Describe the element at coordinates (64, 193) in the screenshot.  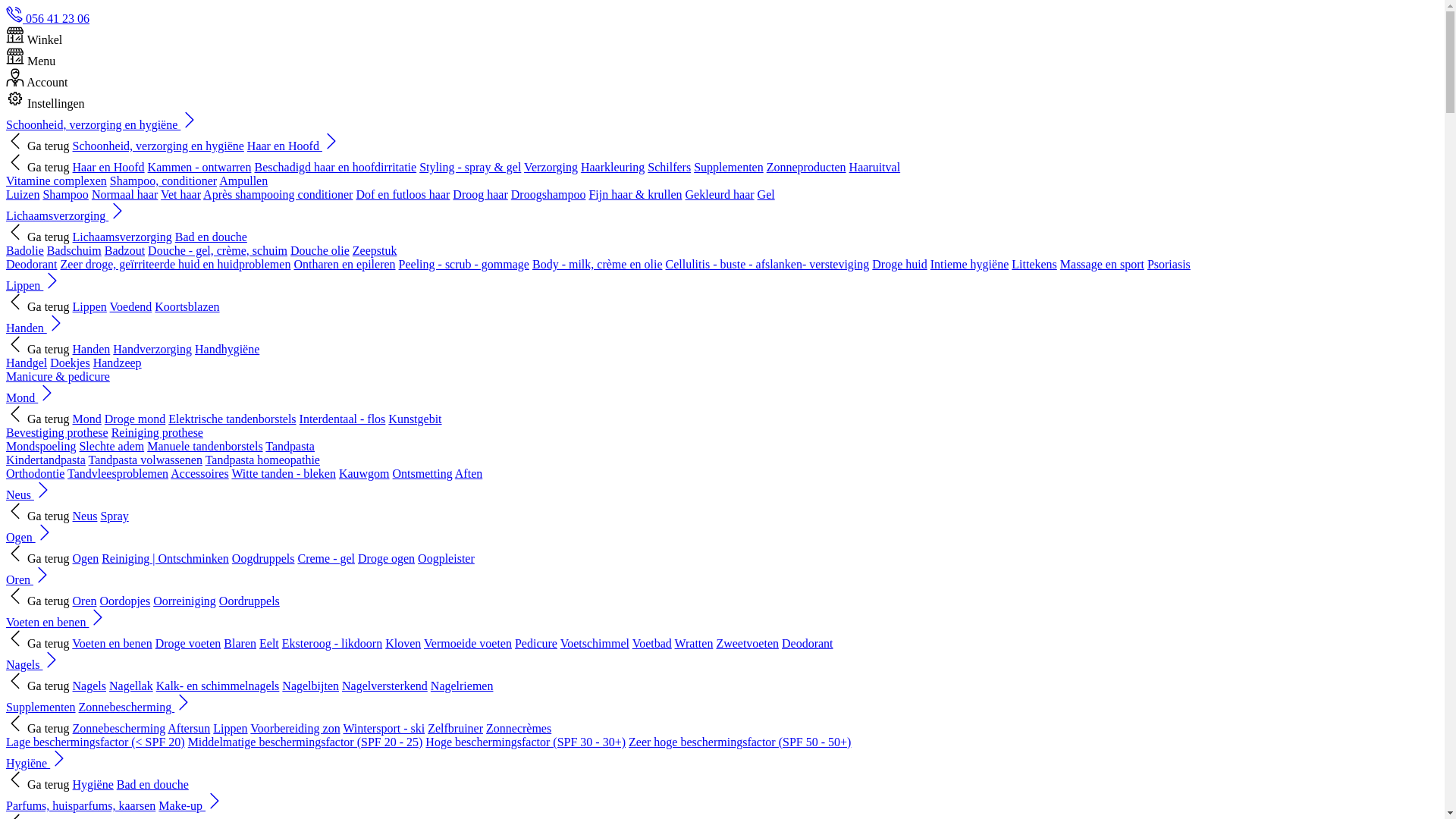
I see `'Shampoo'` at that location.